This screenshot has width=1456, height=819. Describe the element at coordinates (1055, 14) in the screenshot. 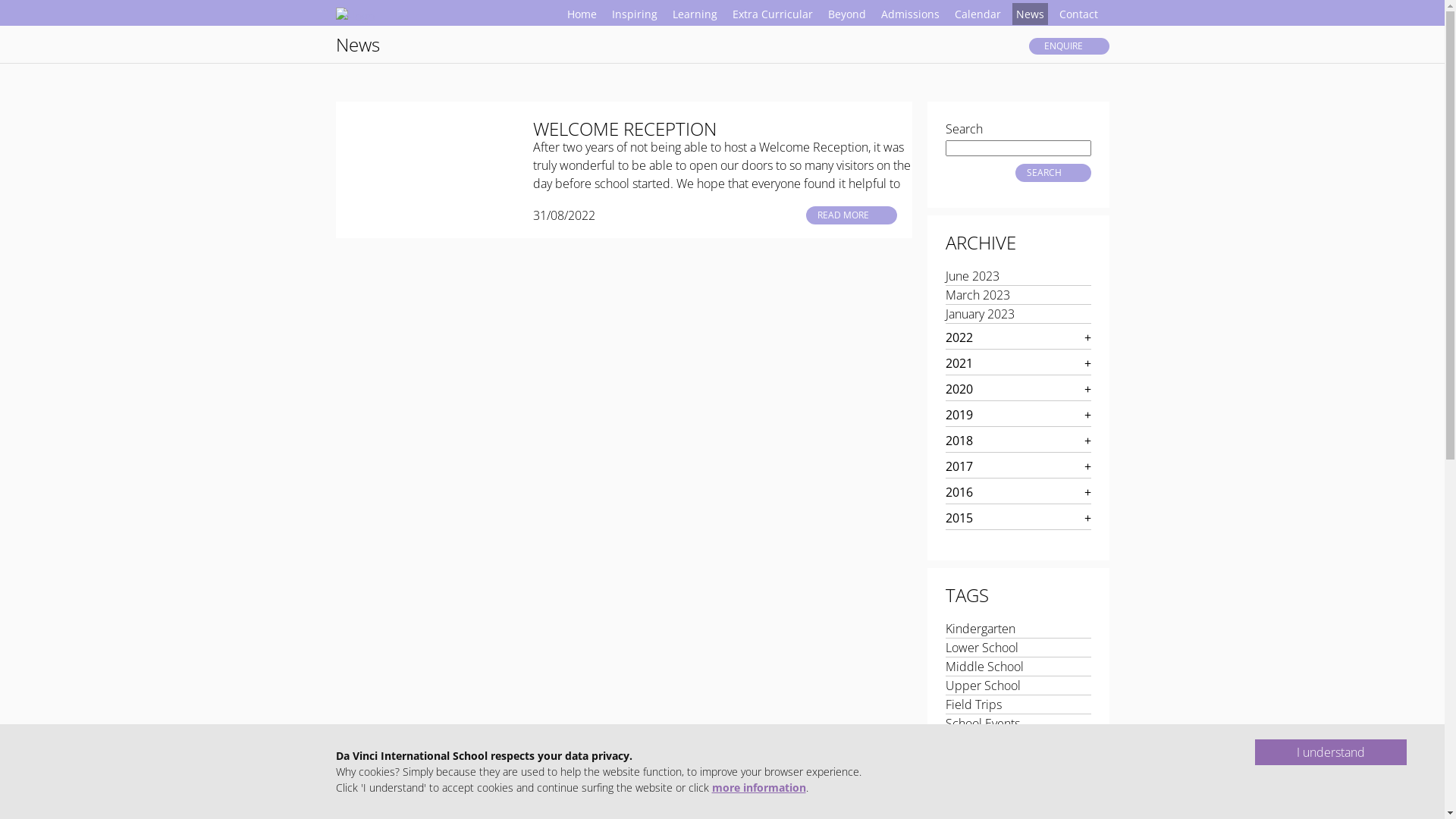

I see `'Contact'` at that location.